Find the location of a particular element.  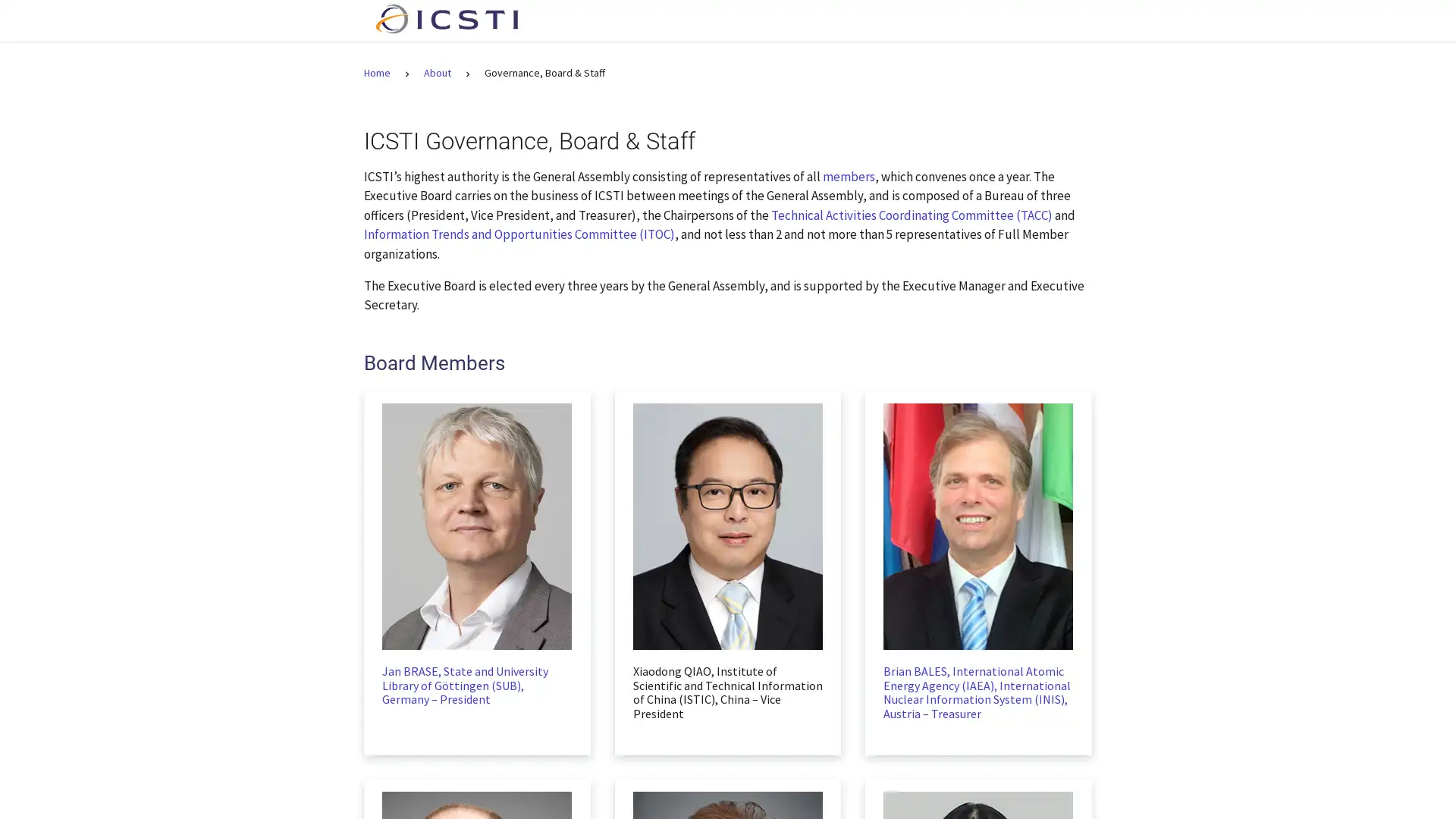

Programs & Resources is located at coordinates (867, 20).